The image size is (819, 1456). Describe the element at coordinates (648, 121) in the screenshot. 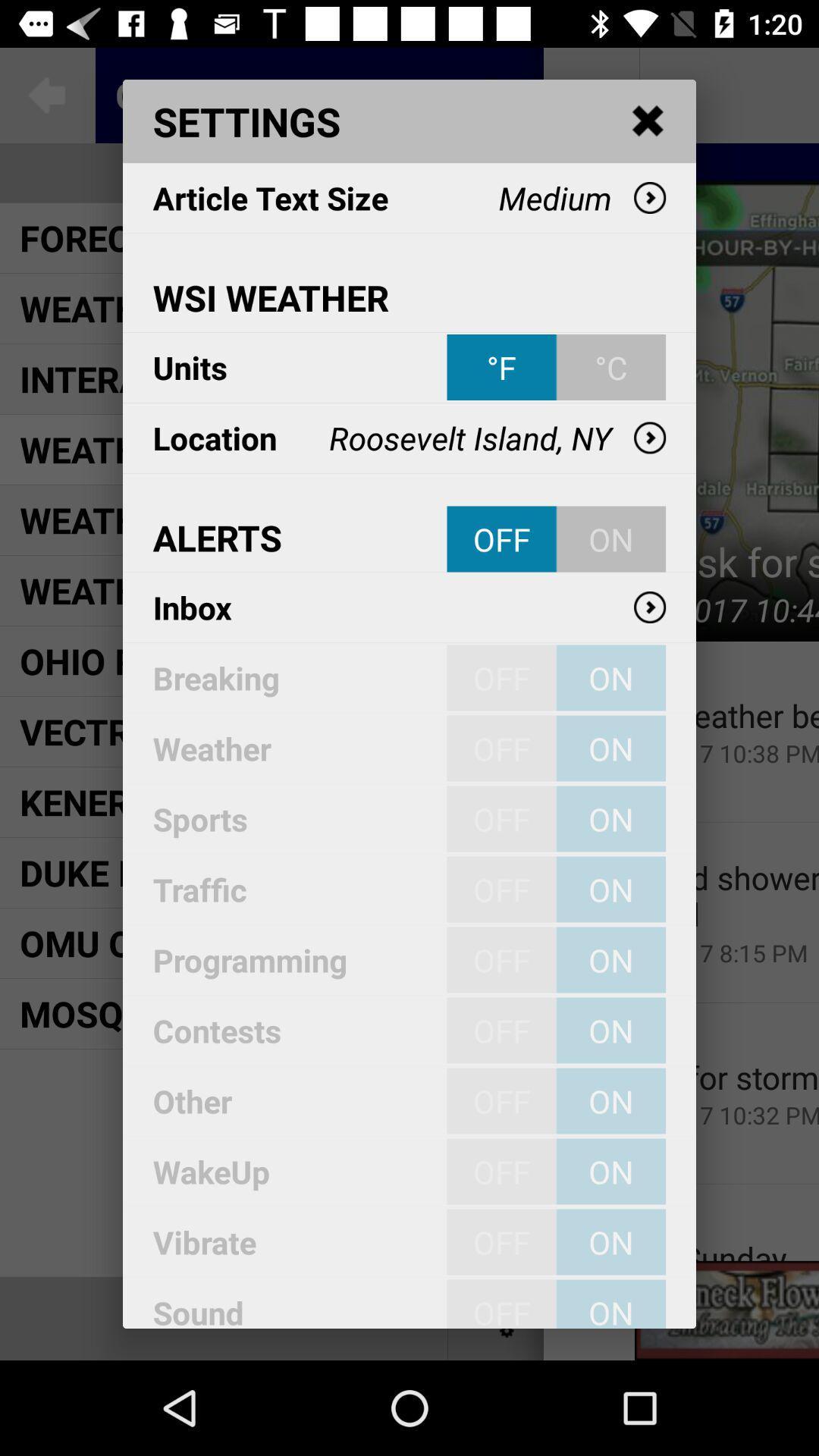

I see `item above the medium  item` at that location.